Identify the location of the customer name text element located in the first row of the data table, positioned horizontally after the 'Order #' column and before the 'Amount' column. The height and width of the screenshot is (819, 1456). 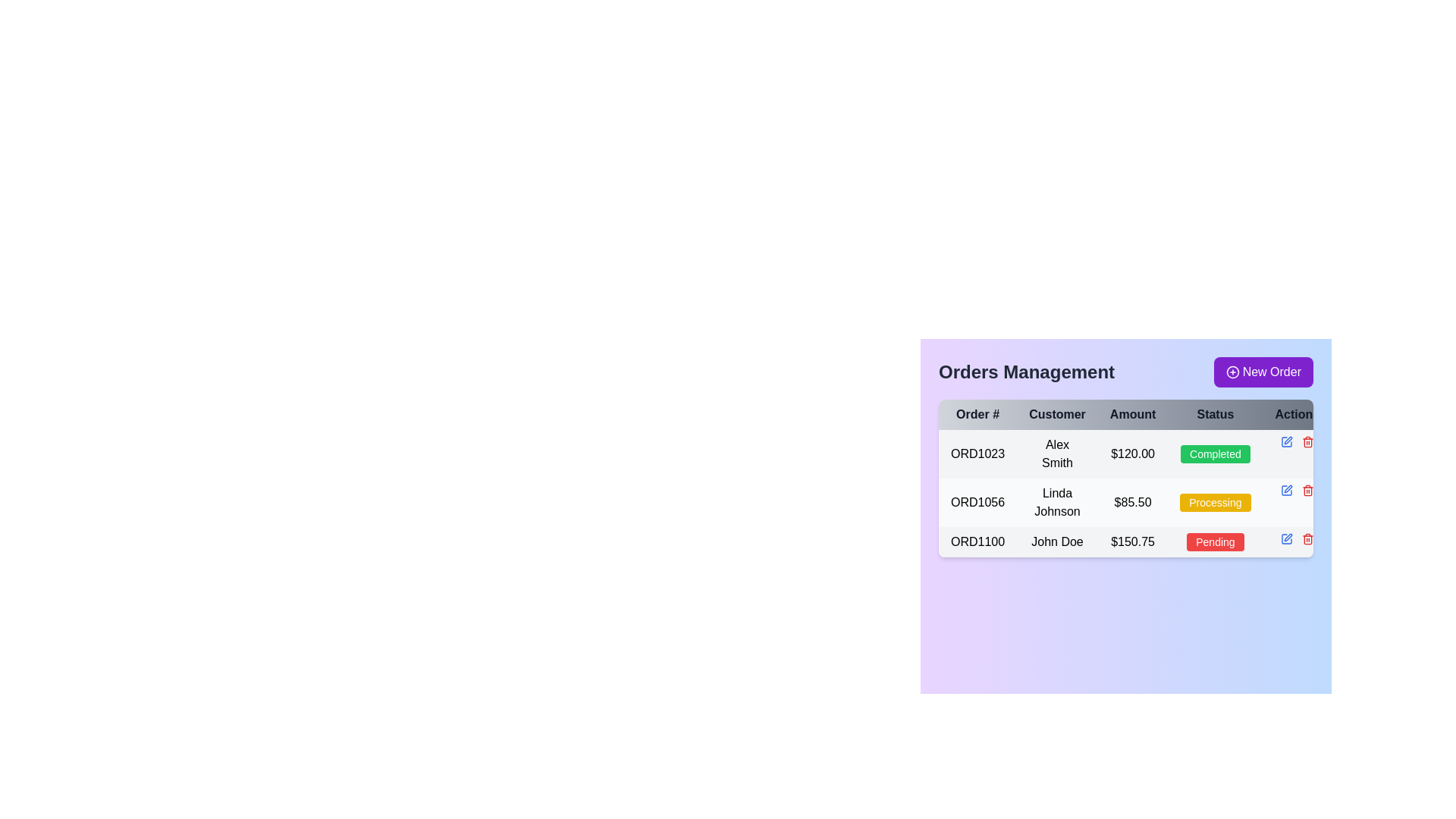
(1056, 453).